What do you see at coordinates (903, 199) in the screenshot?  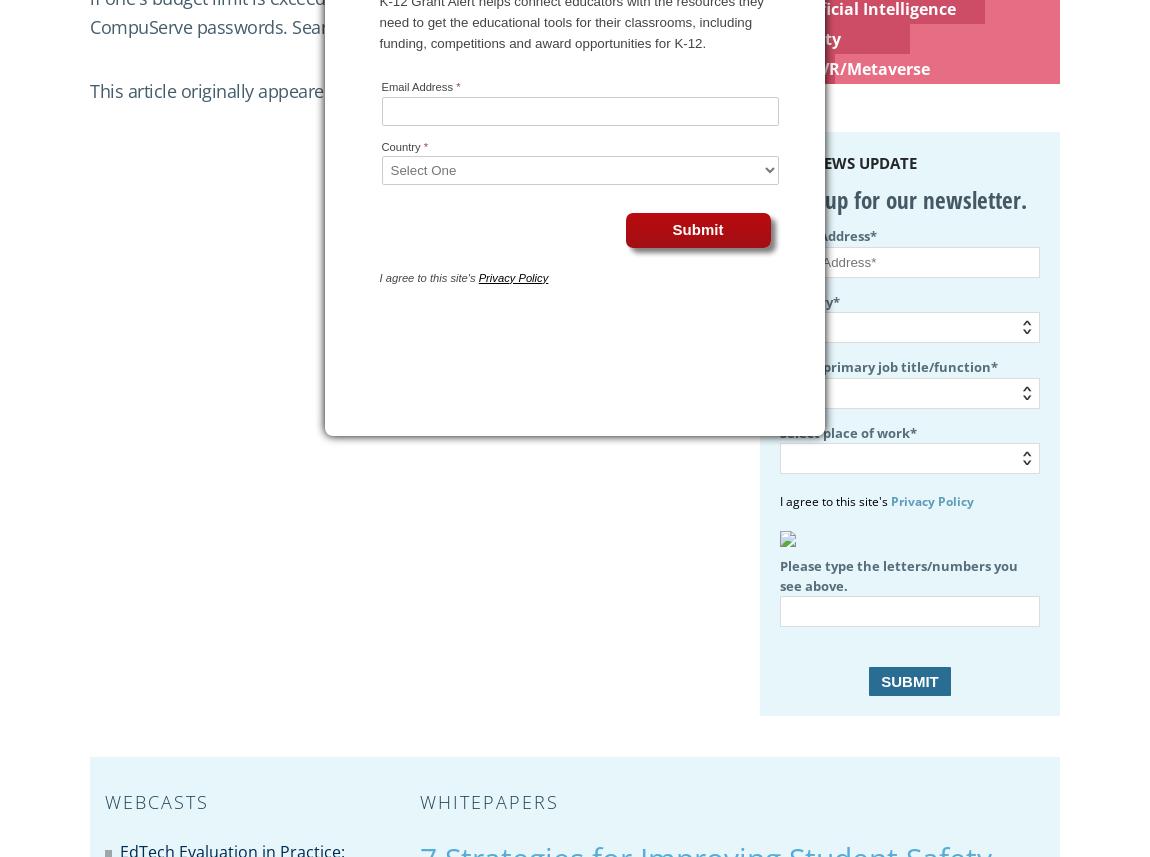 I see `'Sign up for our newsletter.'` at bounding box center [903, 199].